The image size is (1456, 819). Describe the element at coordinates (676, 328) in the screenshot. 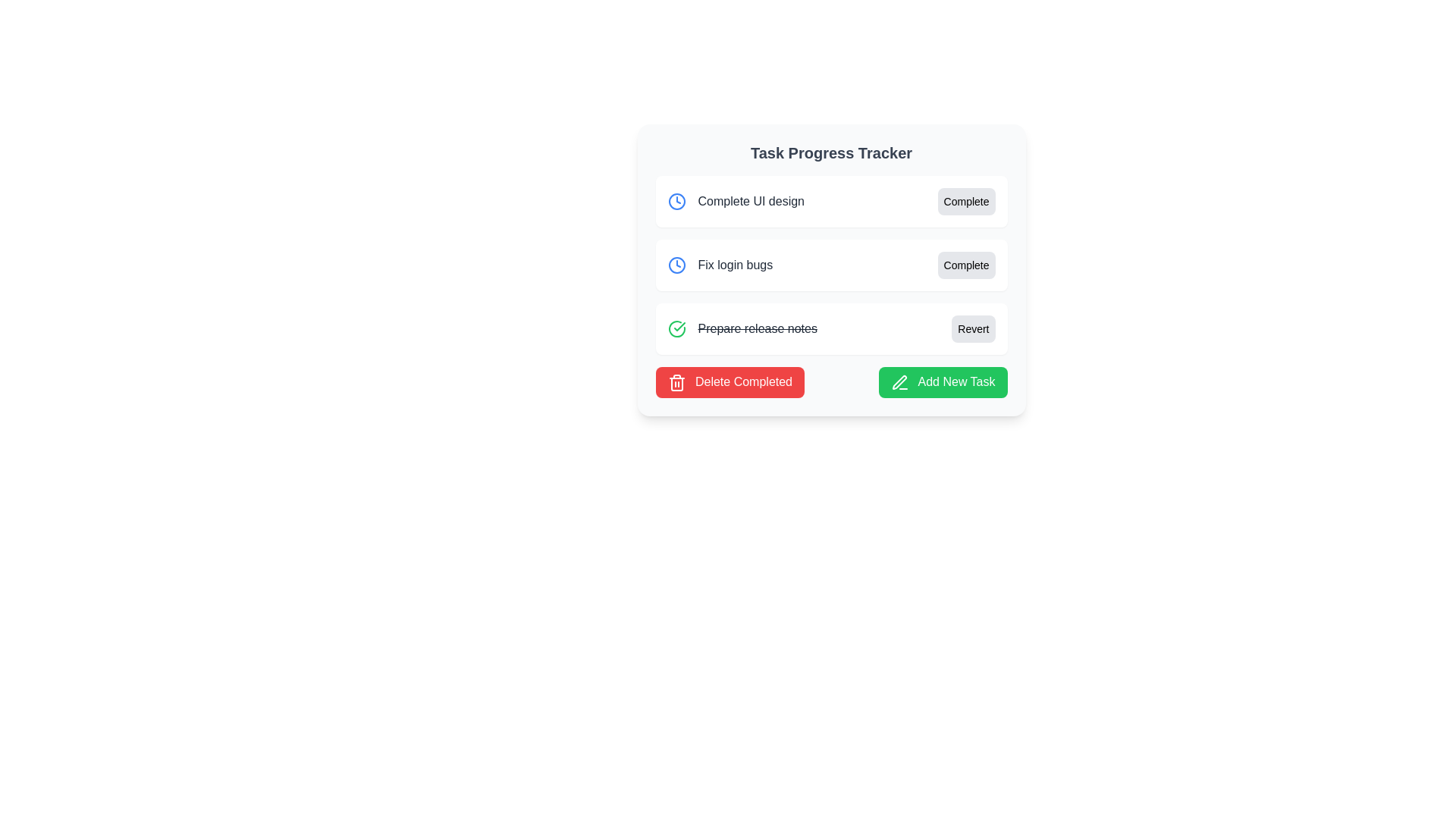

I see `the green circular icon with a checkmark, which is located to the left of the text 'Prepare release notes' in the task list of the 'Task Progress Tracker'` at that location.